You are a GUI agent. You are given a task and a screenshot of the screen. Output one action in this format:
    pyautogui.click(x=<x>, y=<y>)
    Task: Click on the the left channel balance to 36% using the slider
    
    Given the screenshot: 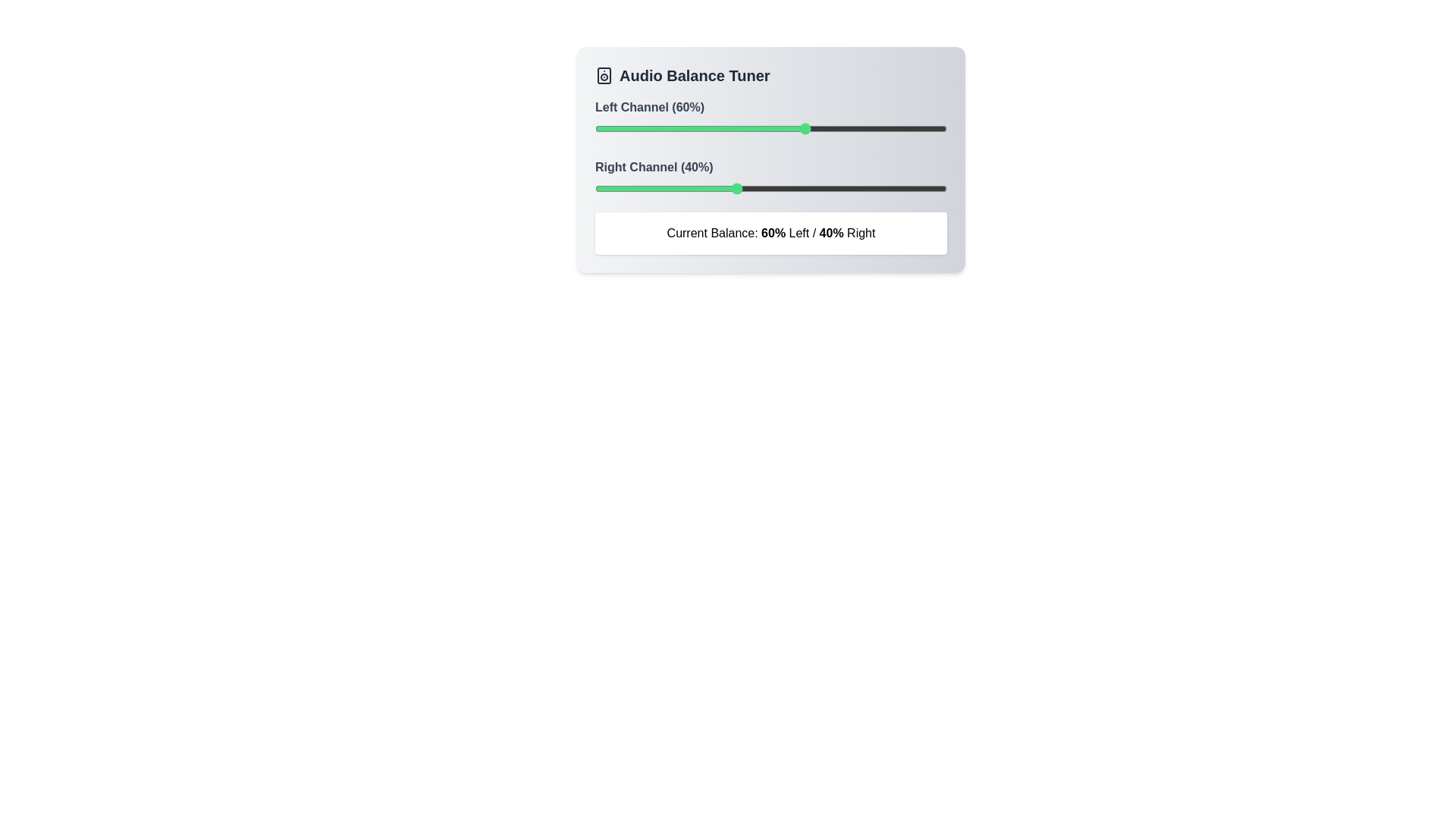 What is the action you would take?
    pyautogui.click(x=721, y=127)
    